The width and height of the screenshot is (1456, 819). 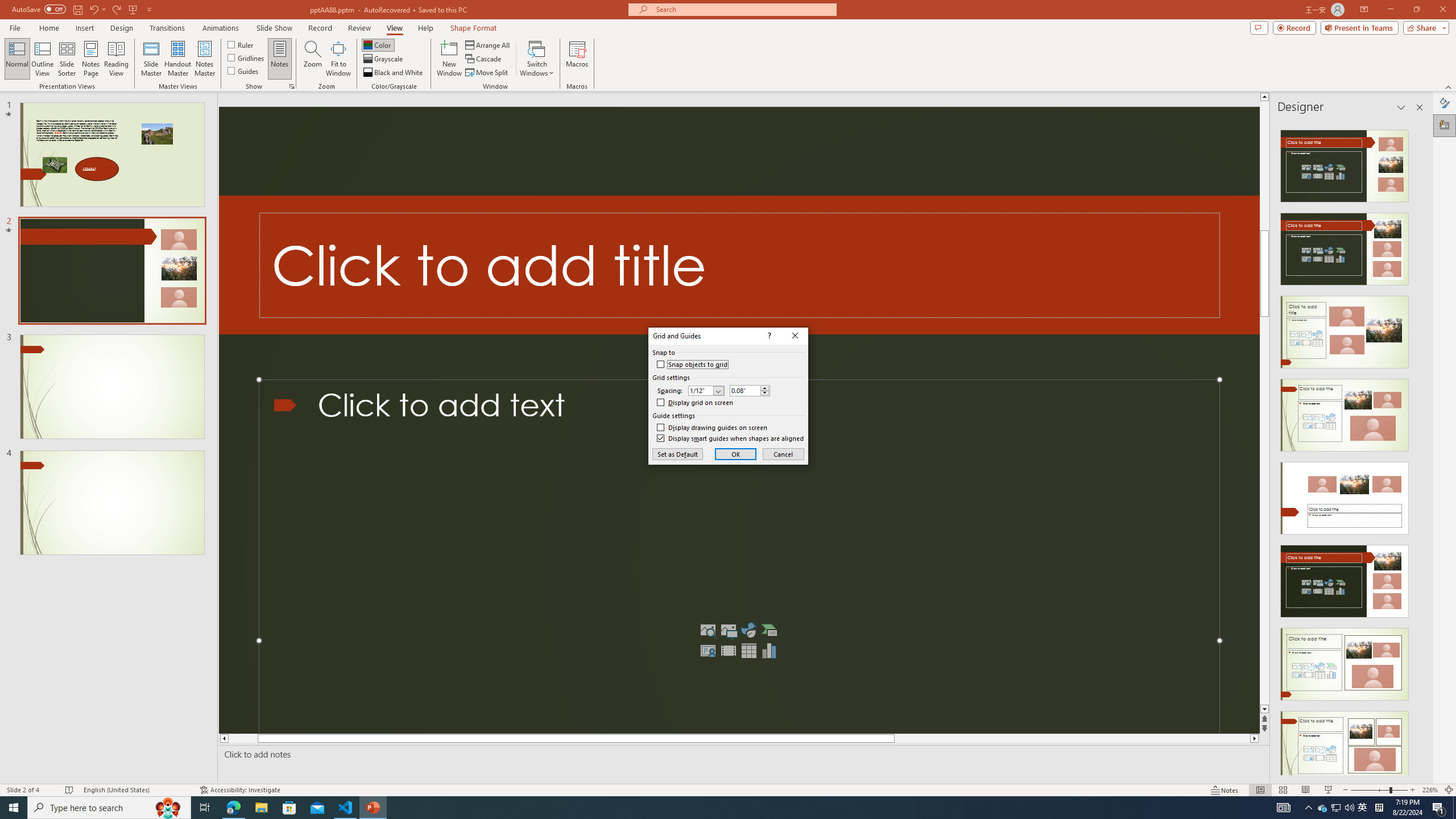 I want to click on 'Class: NetUIScrollBar', so click(x=1418, y=447).